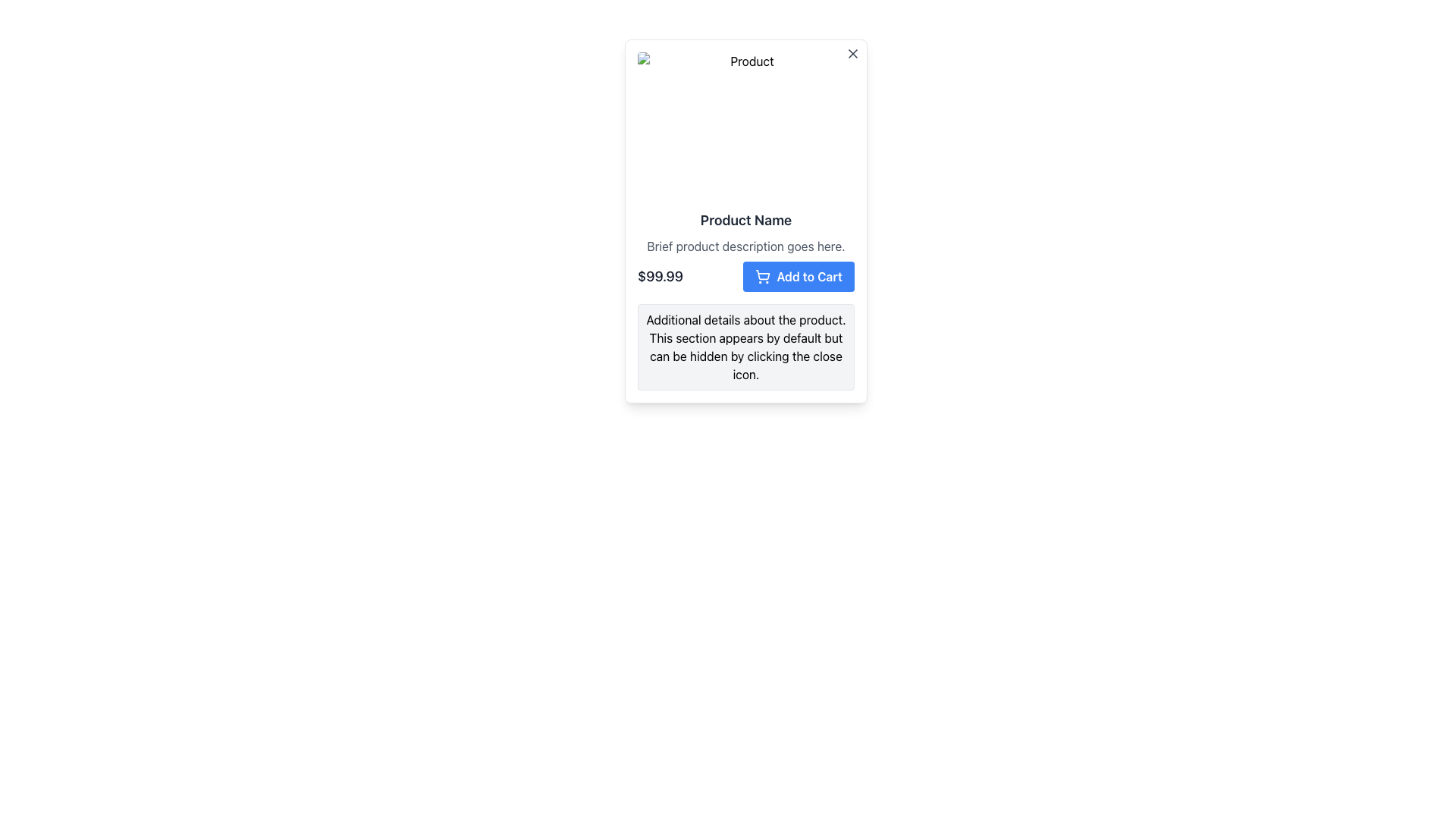 The height and width of the screenshot is (819, 1456). I want to click on text displayed in the bold, large font labeled '$99.99' located to the left of the 'Add to Cart' button in the lower section of the card layout, so click(660, 277).